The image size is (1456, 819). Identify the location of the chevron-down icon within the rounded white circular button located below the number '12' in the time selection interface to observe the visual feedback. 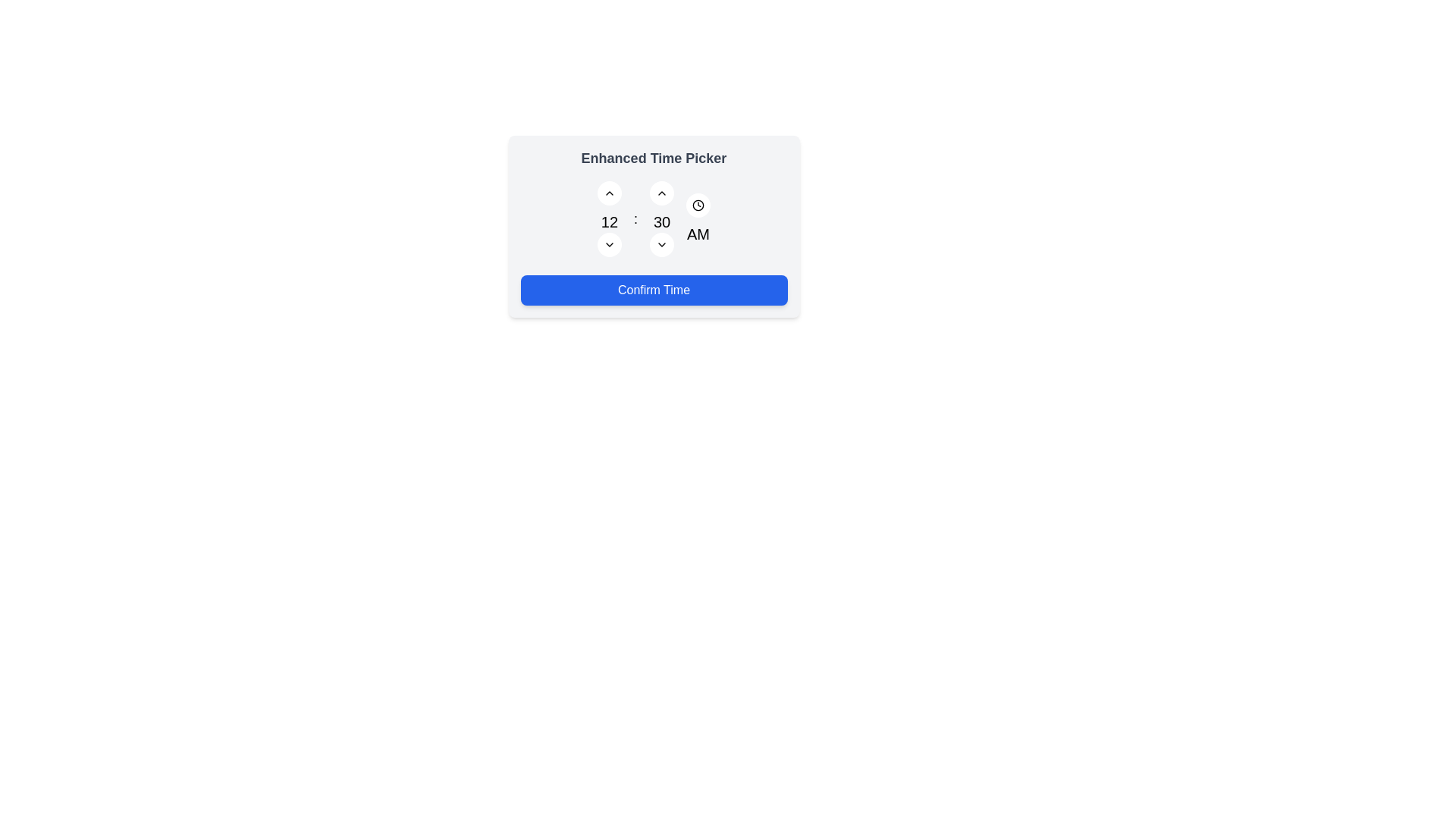
(609, 244).